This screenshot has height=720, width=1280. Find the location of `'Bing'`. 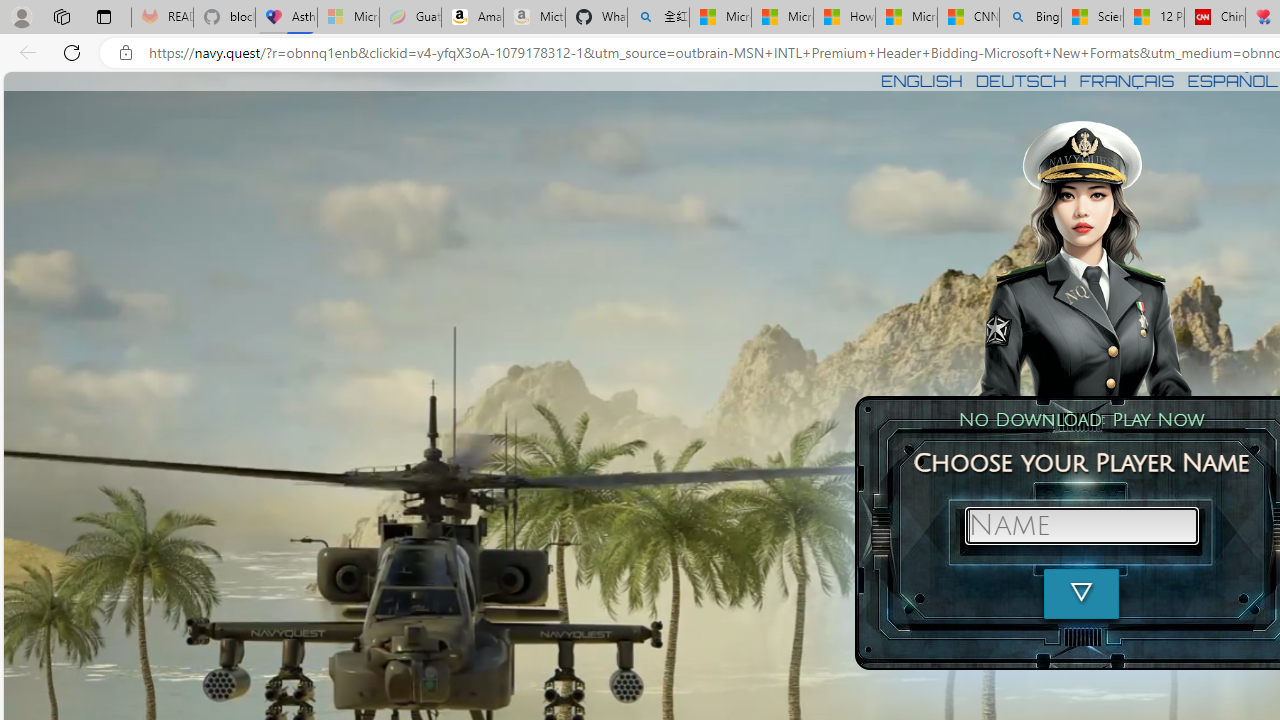

'Bing' is located at coordinates (1030, 17).